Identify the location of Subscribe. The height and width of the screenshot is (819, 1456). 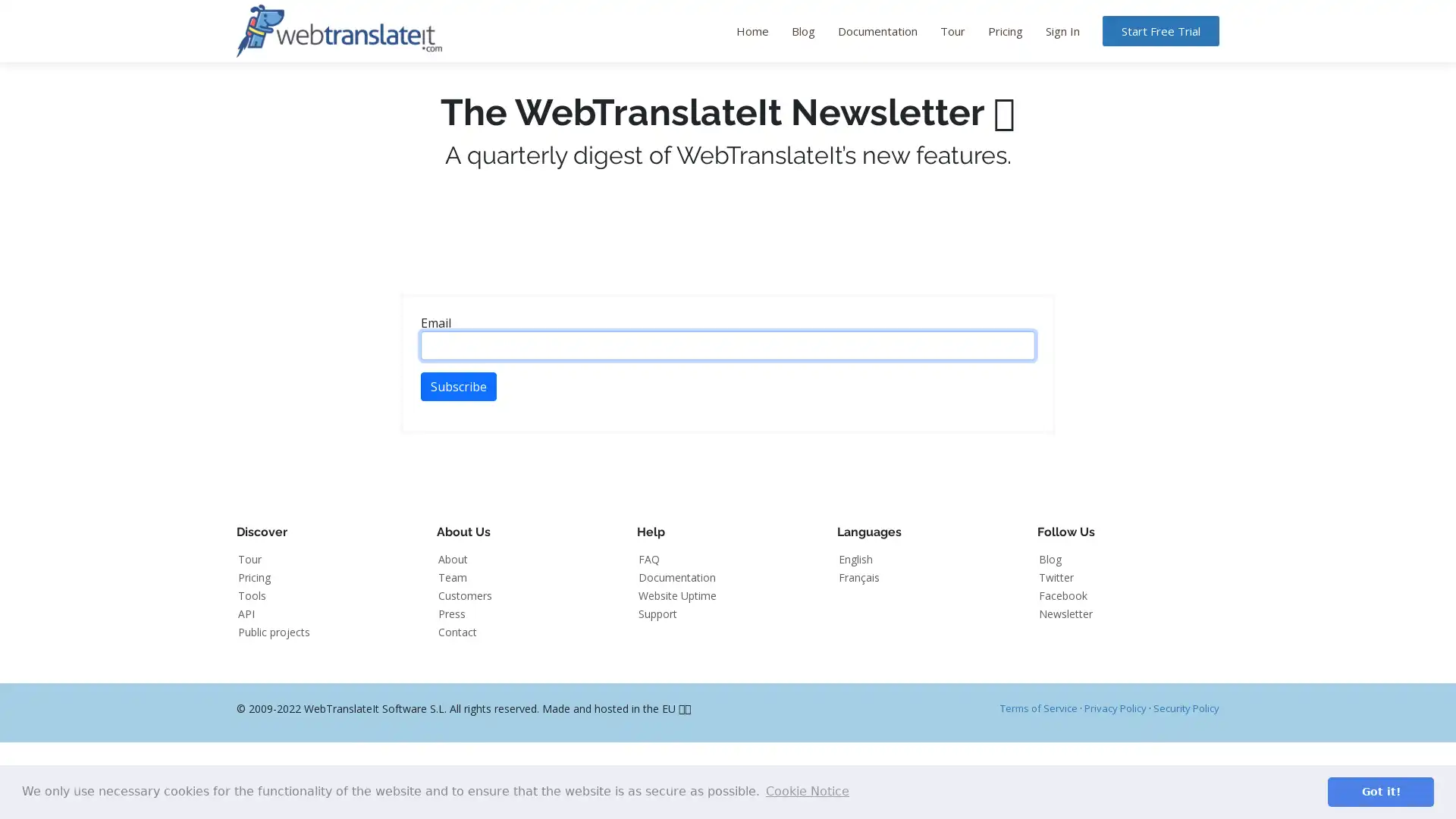
(457, 385).